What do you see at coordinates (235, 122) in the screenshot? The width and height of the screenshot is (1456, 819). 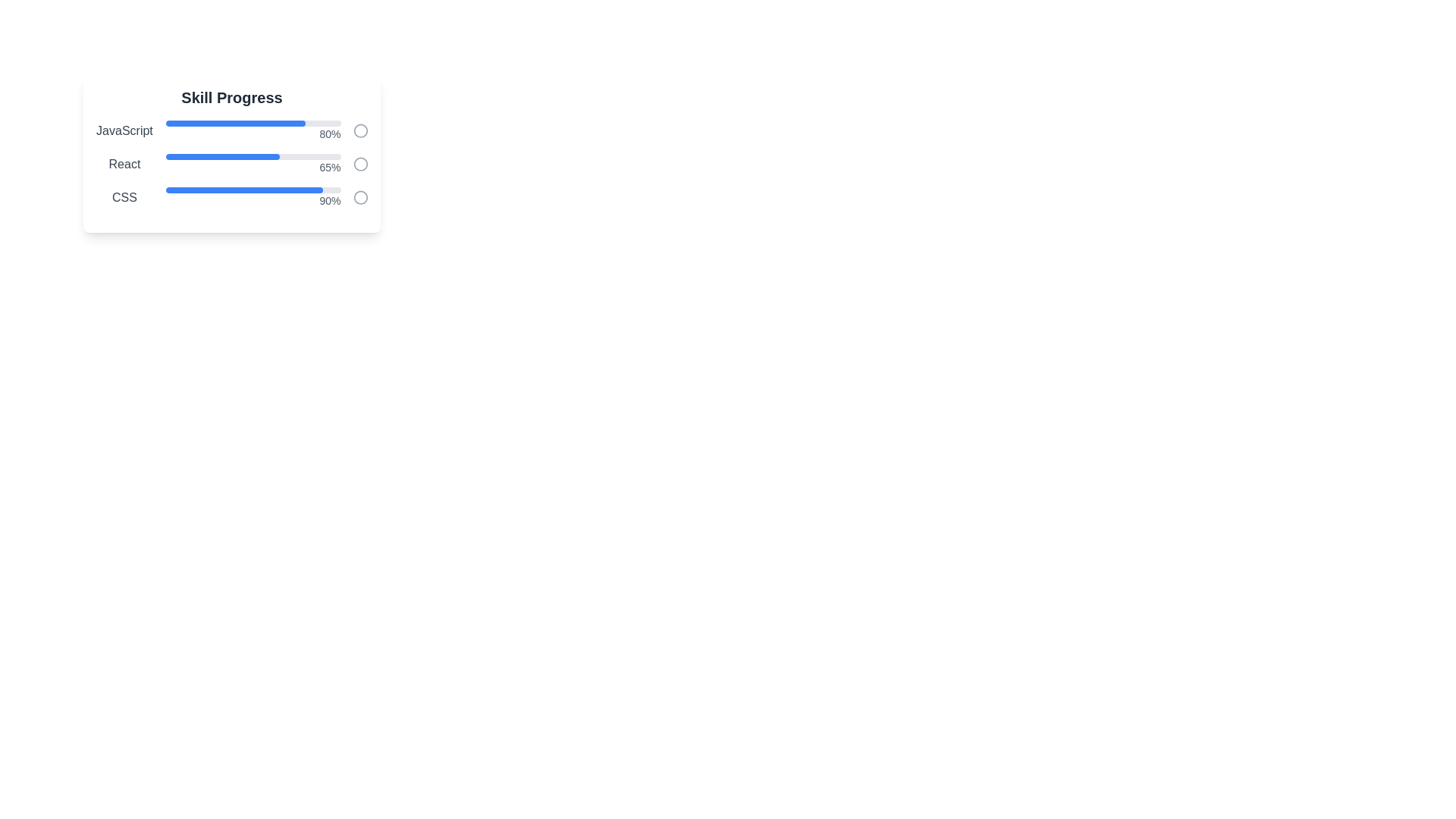 I see `the visual progress of the 'JavaScript' skill by interacting with the progress indicator bar located in the 'Skill Progress' section, which shows 80% completion` at bounding box center [235, 122].